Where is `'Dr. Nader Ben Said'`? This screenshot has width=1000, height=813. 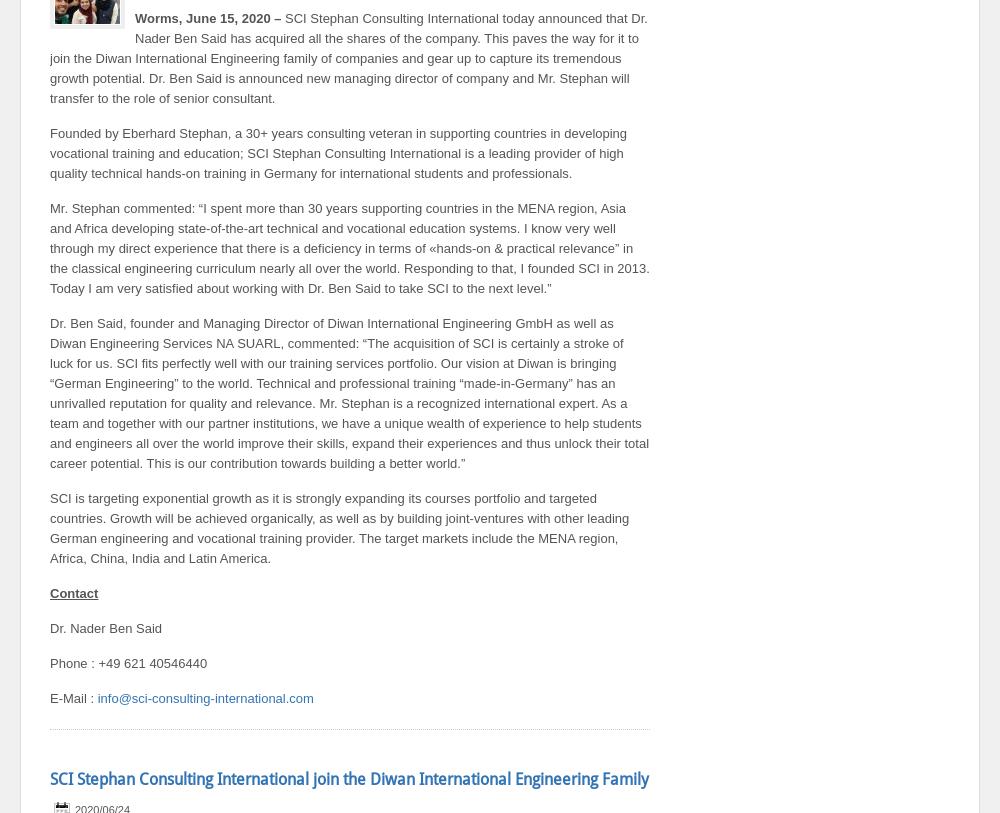 'Dr. Nader Ben Said' is located at coordinates (105, 628).